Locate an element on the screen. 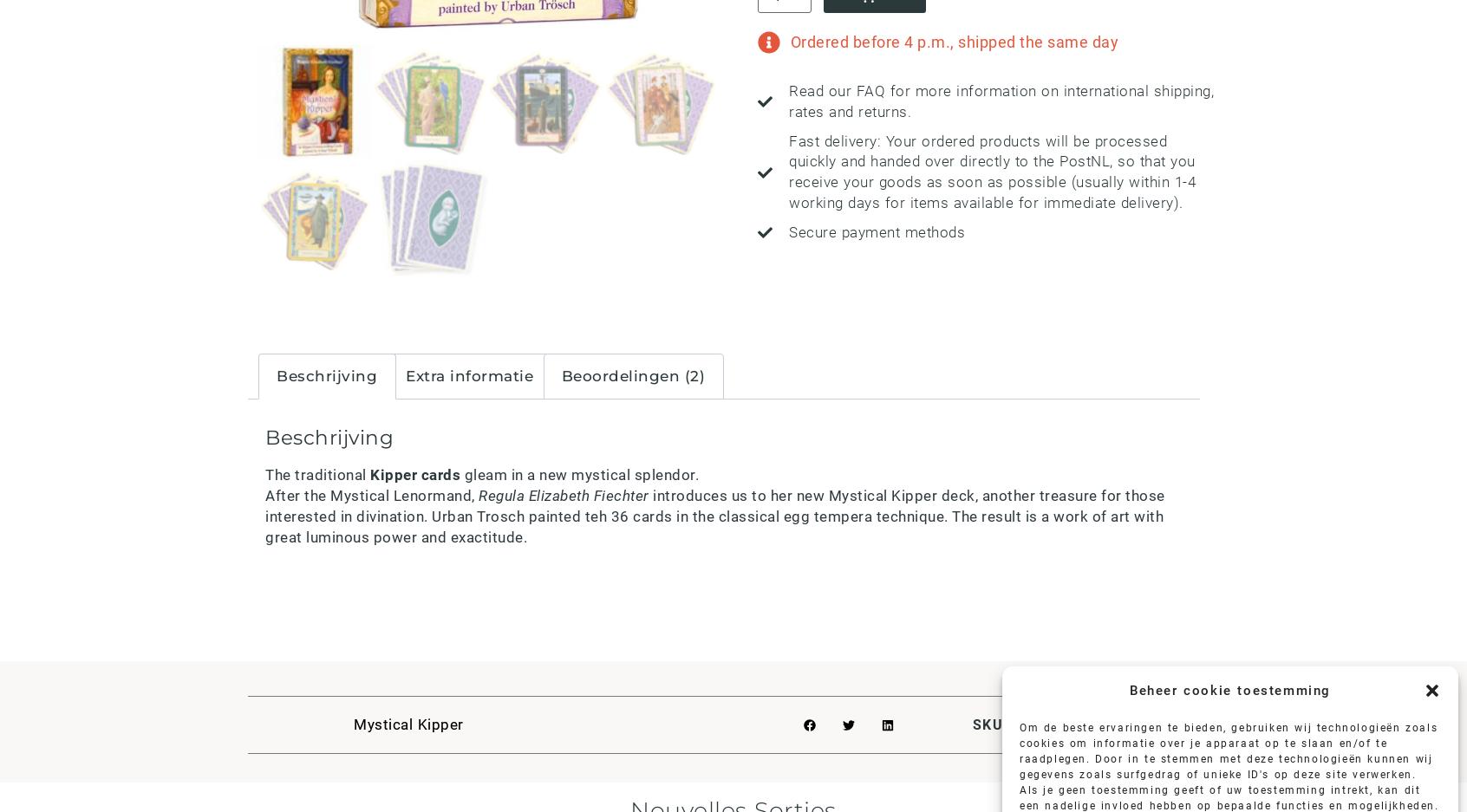 This screenshot has height=812, width=1467. 'Mystical Kipper' is located at coordinates (407, 724).